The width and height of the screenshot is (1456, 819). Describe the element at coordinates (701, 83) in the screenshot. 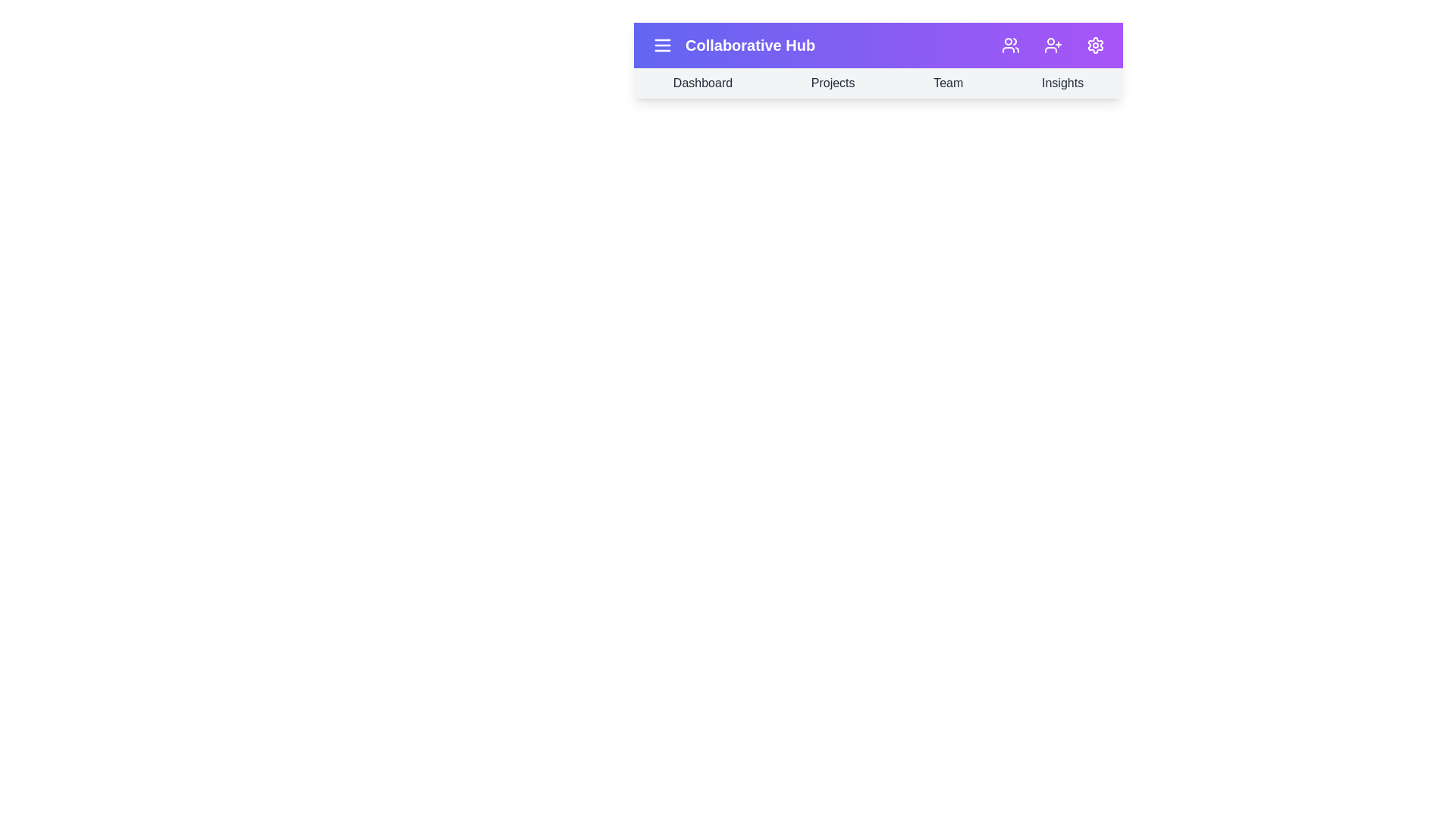

I see `the navigation bar section corresponding to Dashboard` at that location.